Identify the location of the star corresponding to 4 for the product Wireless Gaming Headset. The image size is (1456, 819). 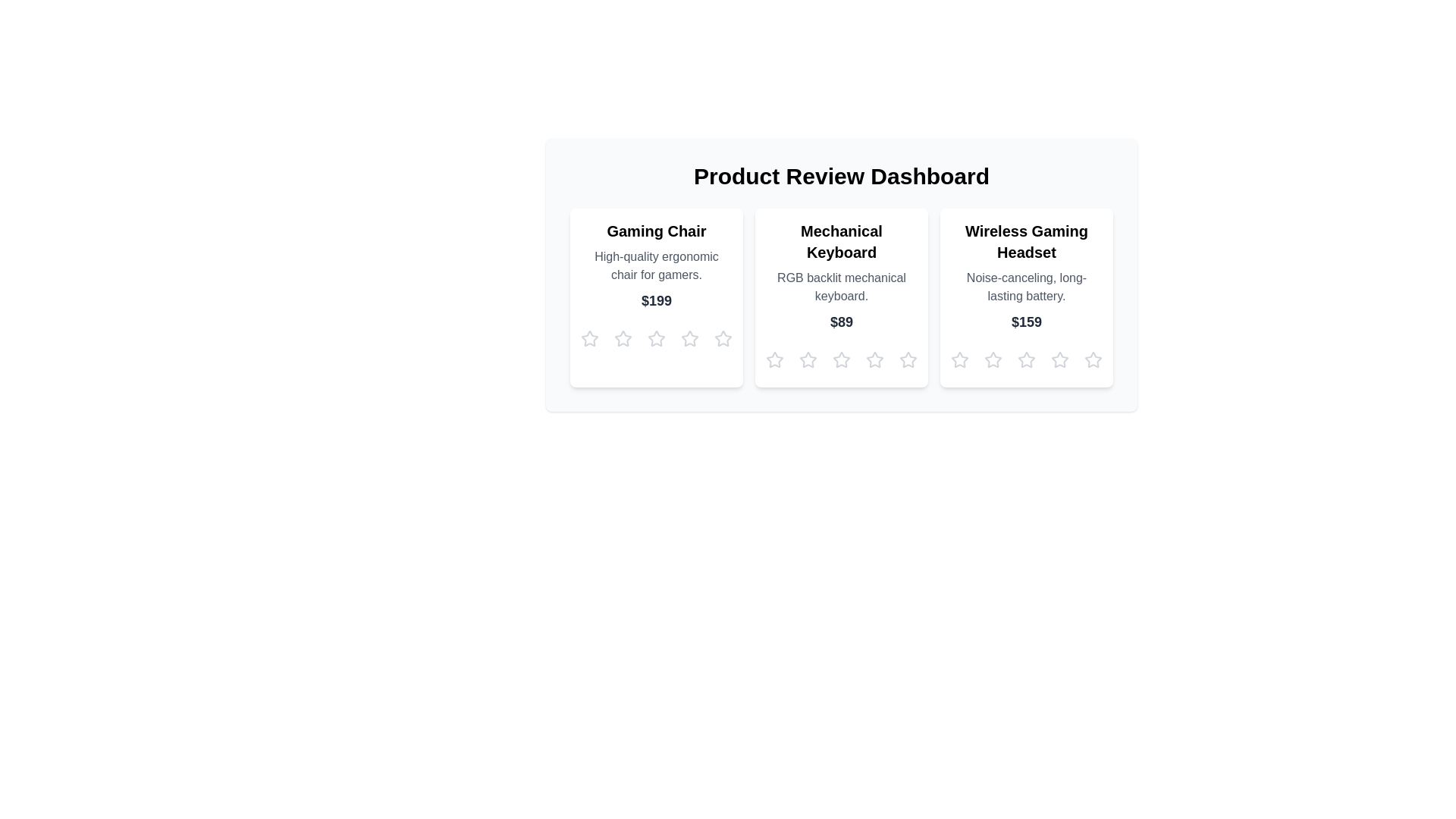
(1059, 359).